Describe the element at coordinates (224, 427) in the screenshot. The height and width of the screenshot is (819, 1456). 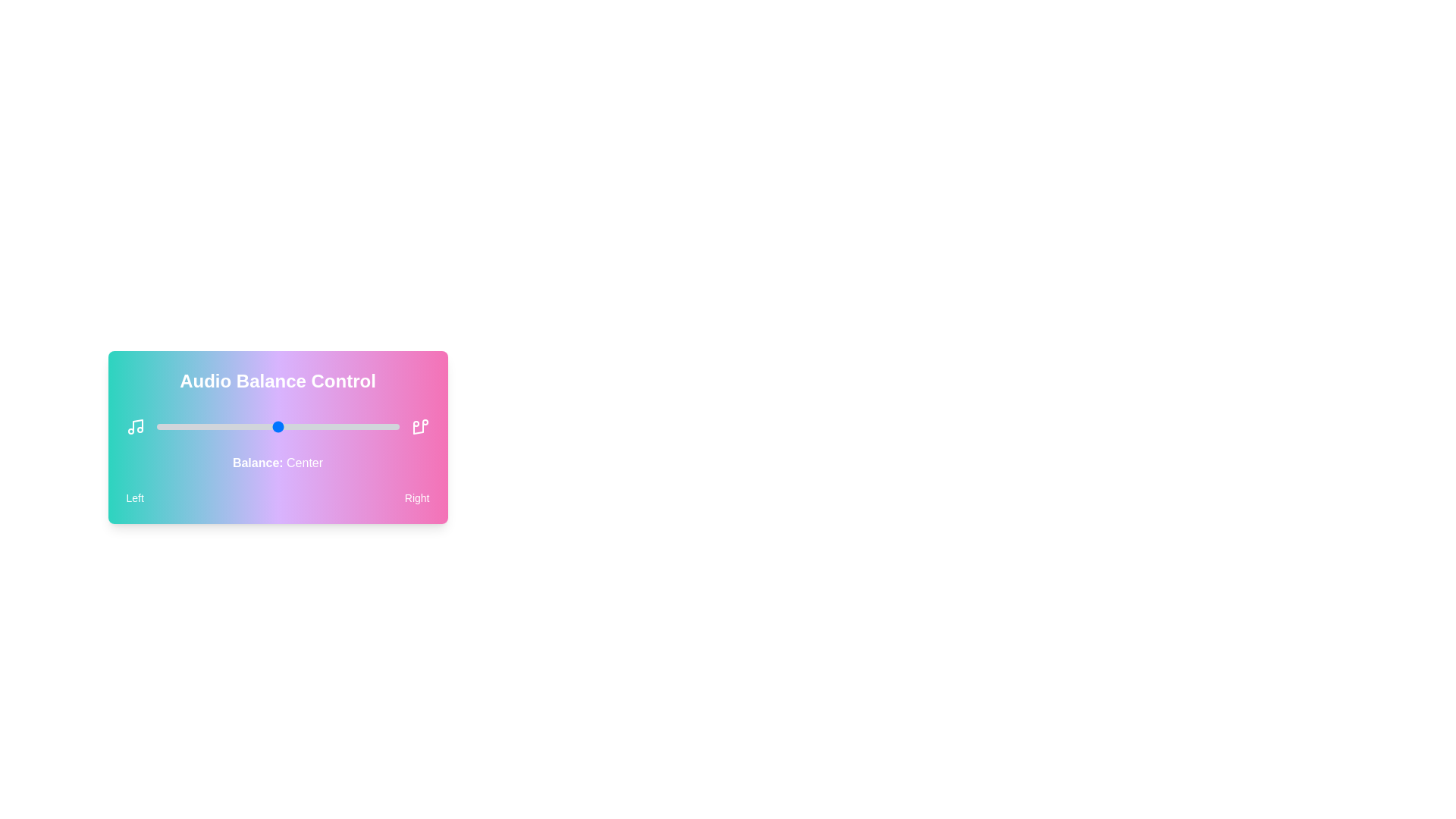
I see `the audio balance slider to 28 percent` at that location.